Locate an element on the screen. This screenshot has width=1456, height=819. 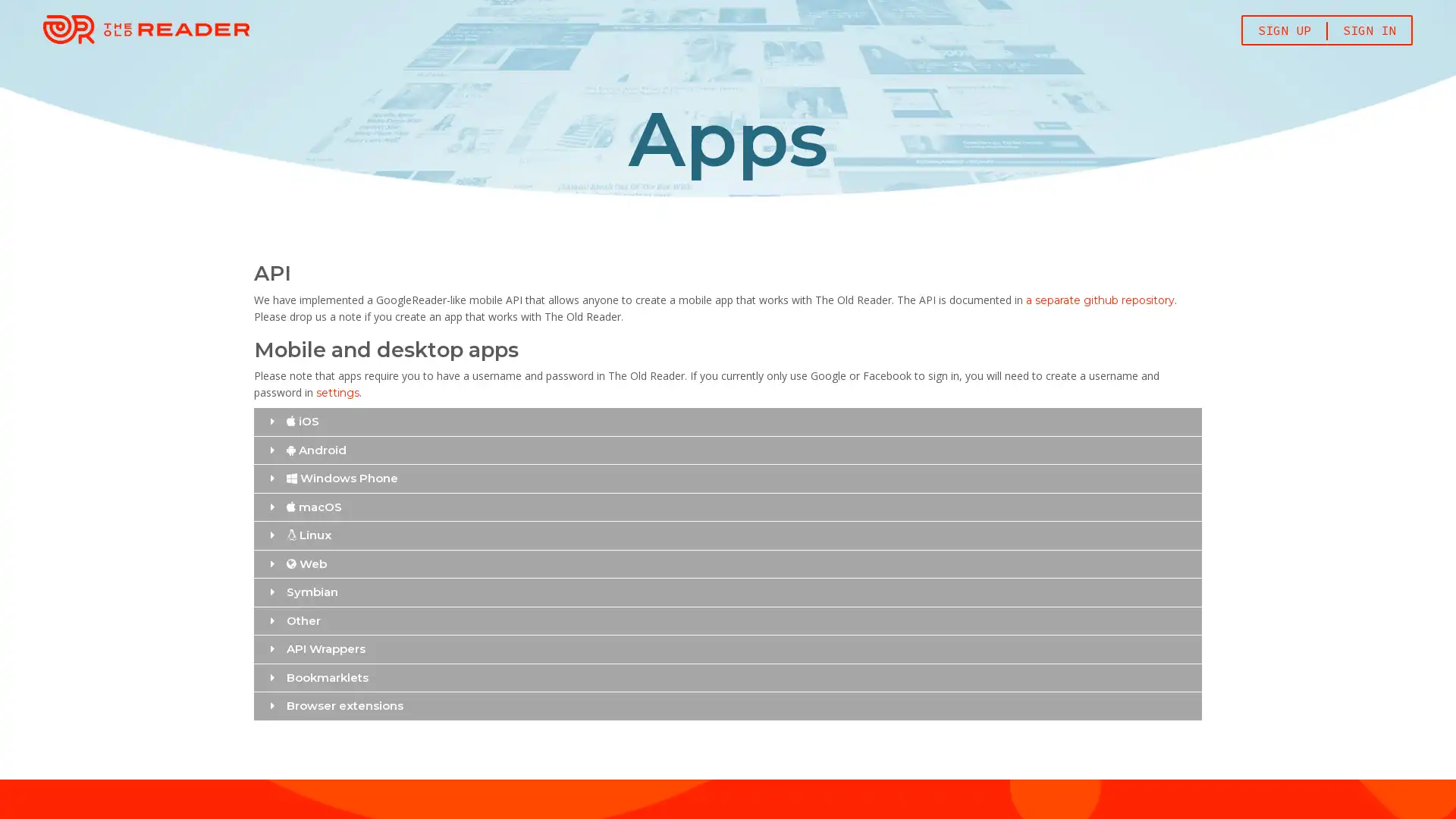
Windows Phone is located at coordinates (726, 479).